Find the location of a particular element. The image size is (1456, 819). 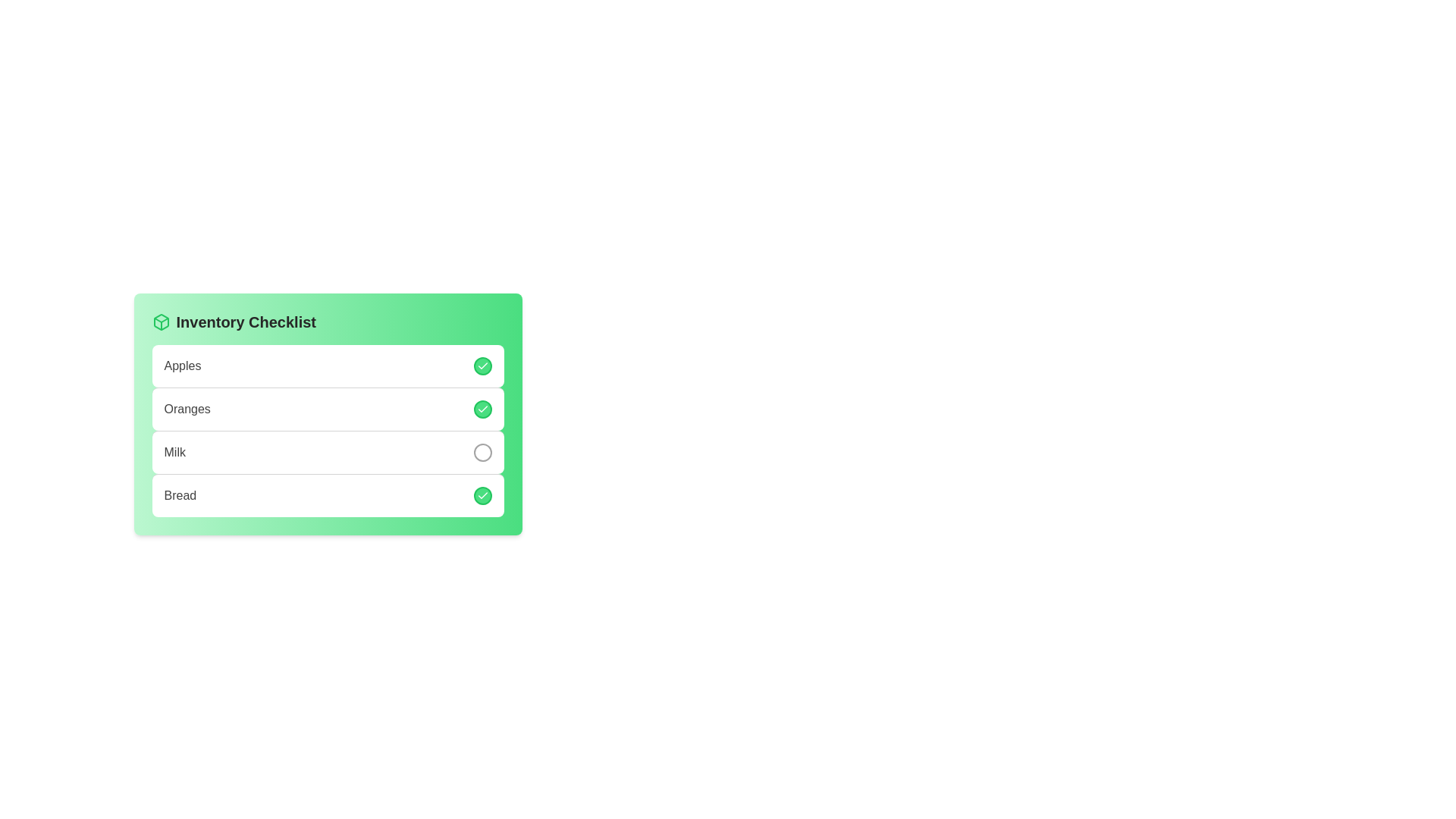

the list item labeled 'Milk' in the 'Inventory Checklist' is located at coordinates (327, 451).